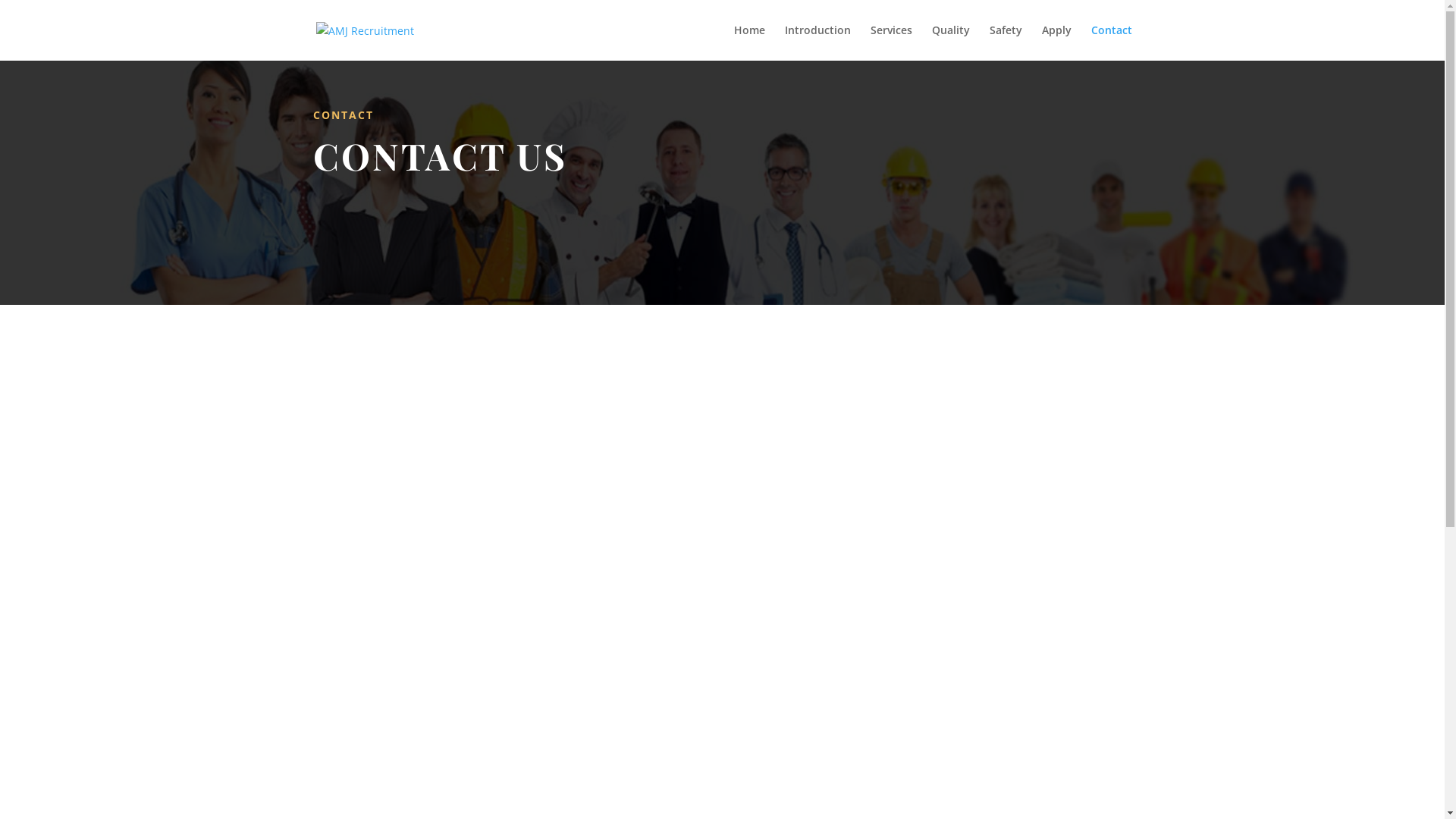  I want to click on 'Apply', so click(1040, 42).